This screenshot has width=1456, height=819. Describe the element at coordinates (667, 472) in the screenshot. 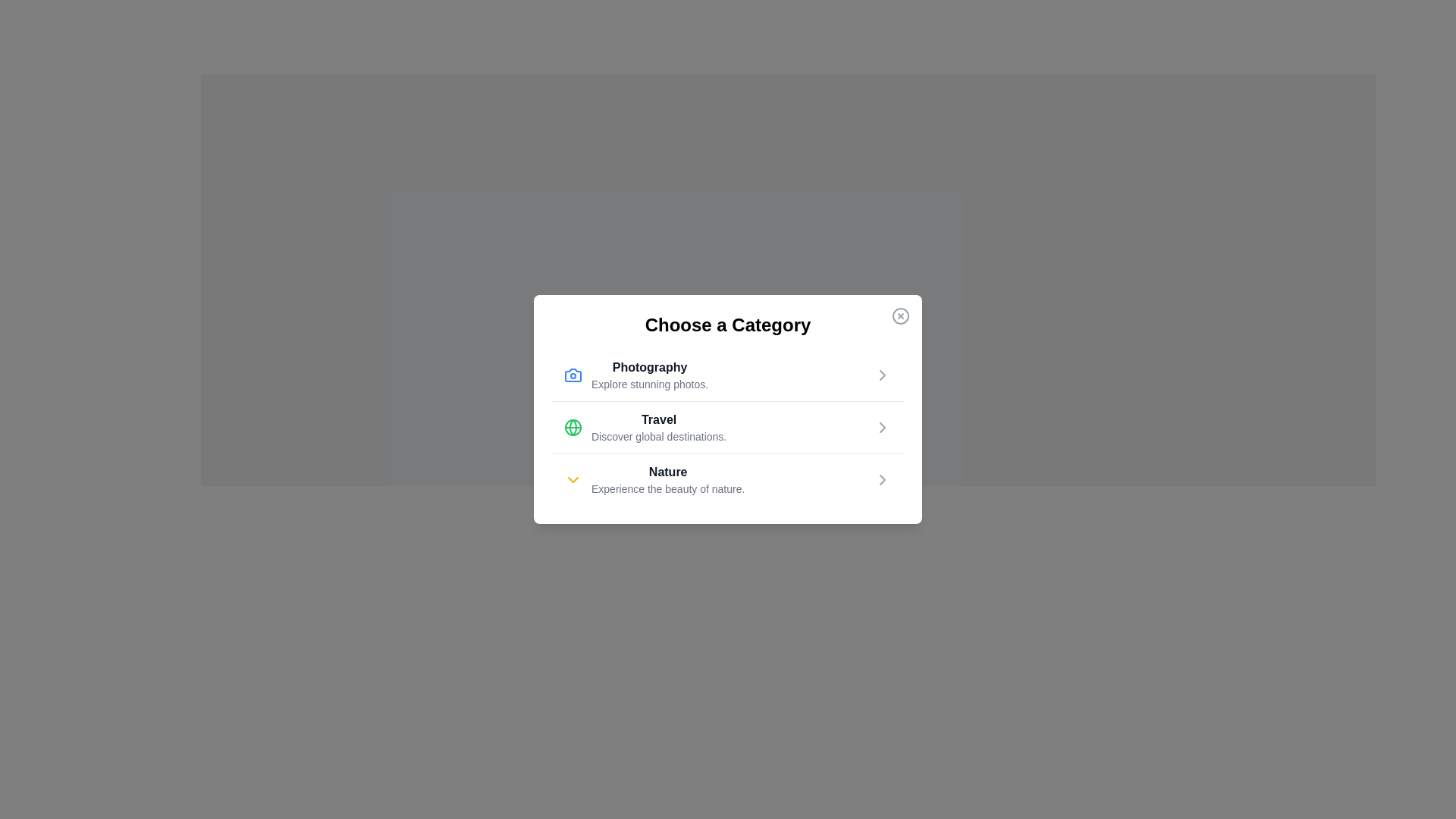

I see `the content of the 'Nature' category title text label located in the central pop-up box labeled 'Choose a Category'. This is the primary text of the third option, visually distinguishing this category` at that location.